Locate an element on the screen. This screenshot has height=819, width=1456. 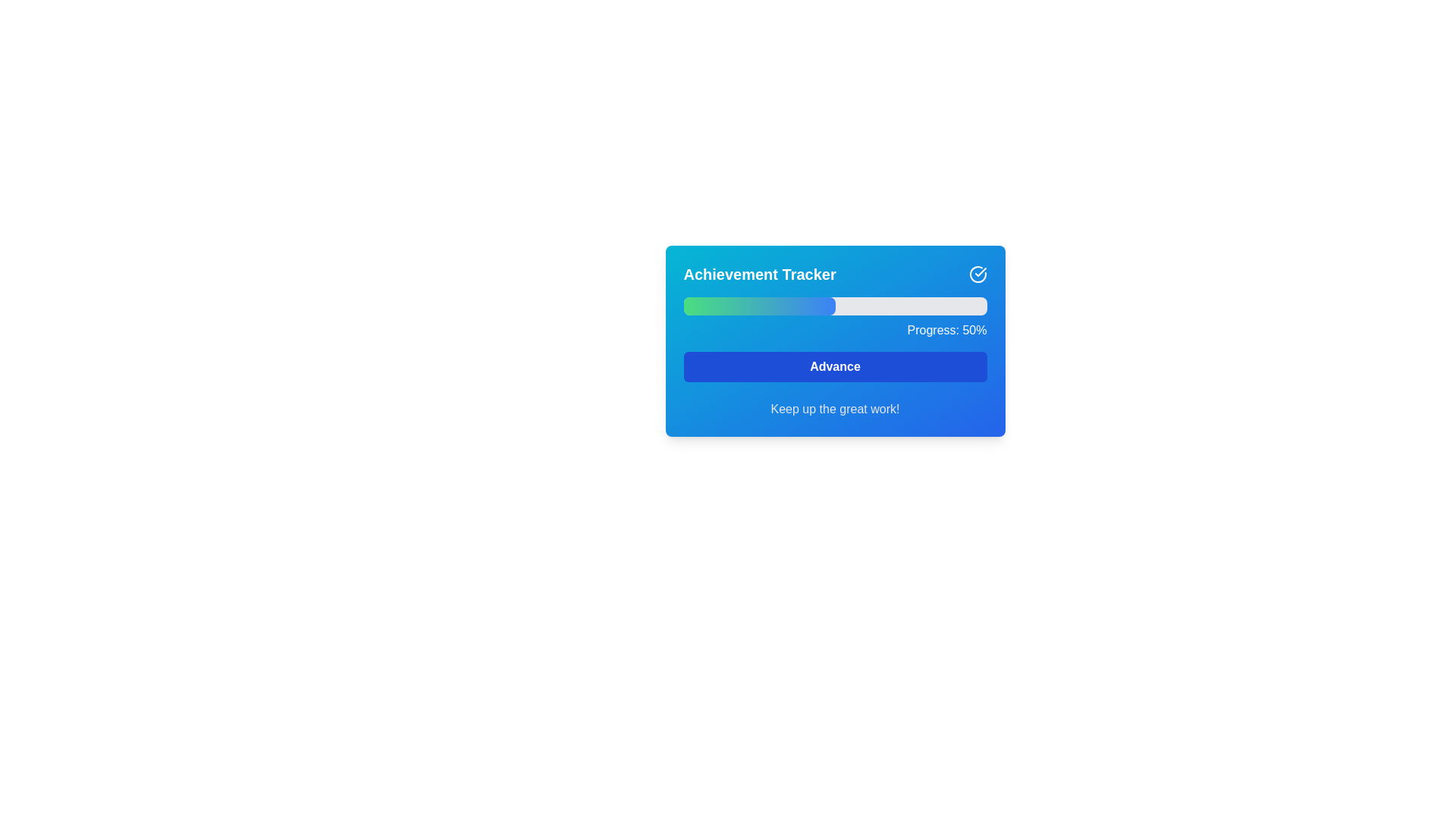
the horizontal gradient-filled progress indicator bar that transitions from green to blue, located below the 'Achievement Tracker' title and above the 'Advance' button is located at coordinates (759, 306).